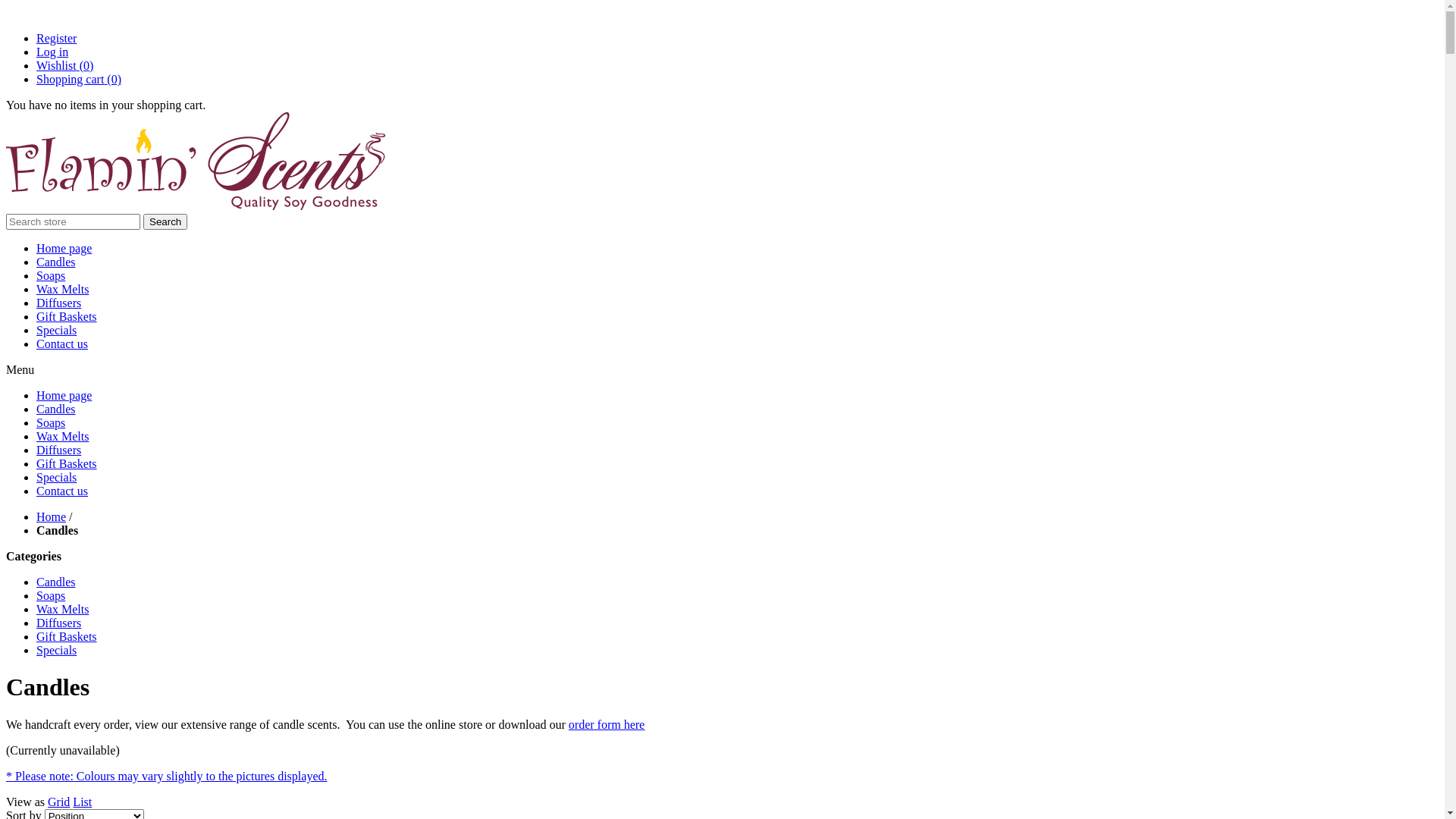  Describe the element at coordinates (58, 801) in the screenshot. I see `'Grid'` at that location.